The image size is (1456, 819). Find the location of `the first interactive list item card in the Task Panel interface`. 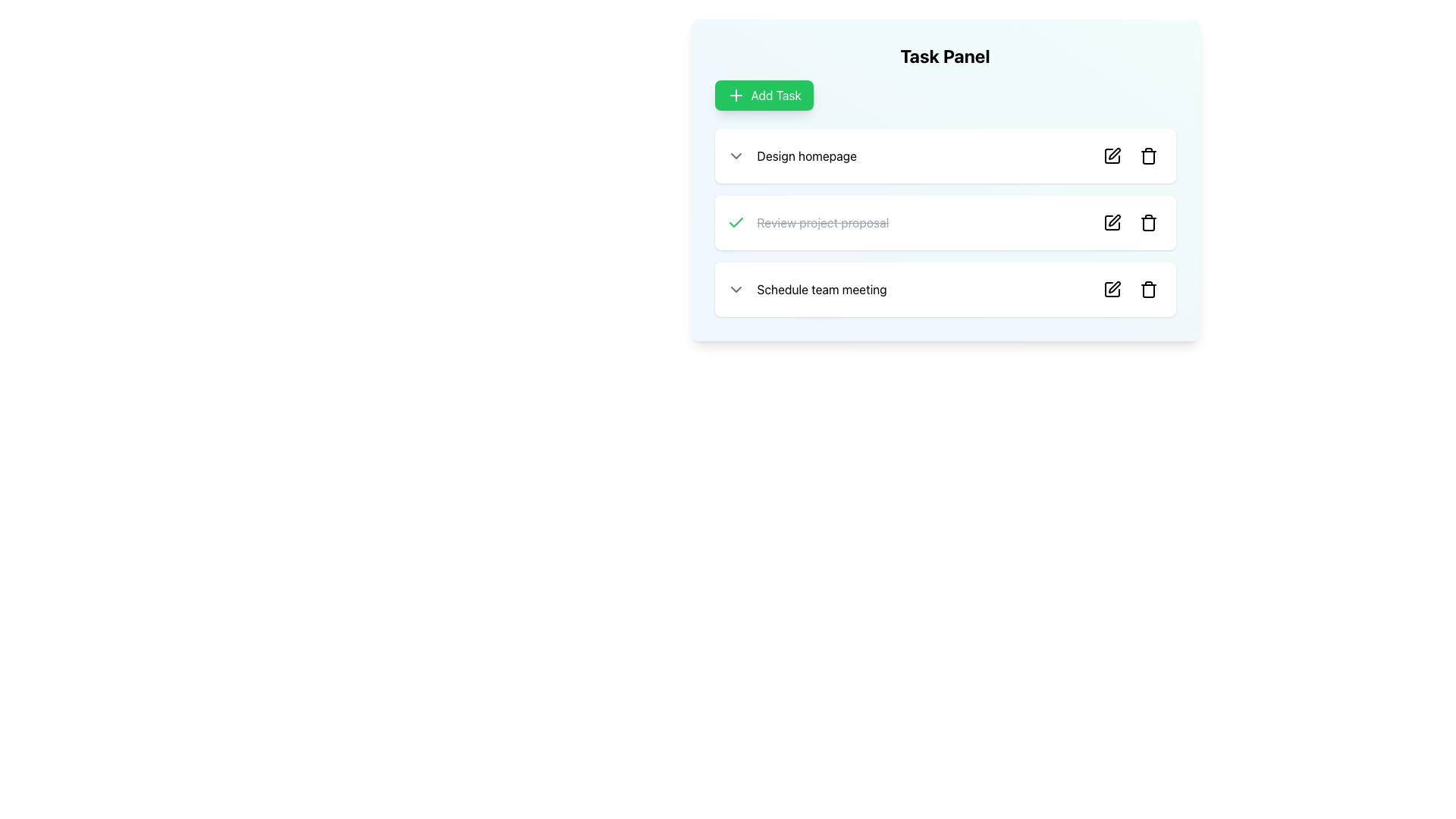

the first interactive list item card in the Task Panel interface is located at coordinates (944, 155).